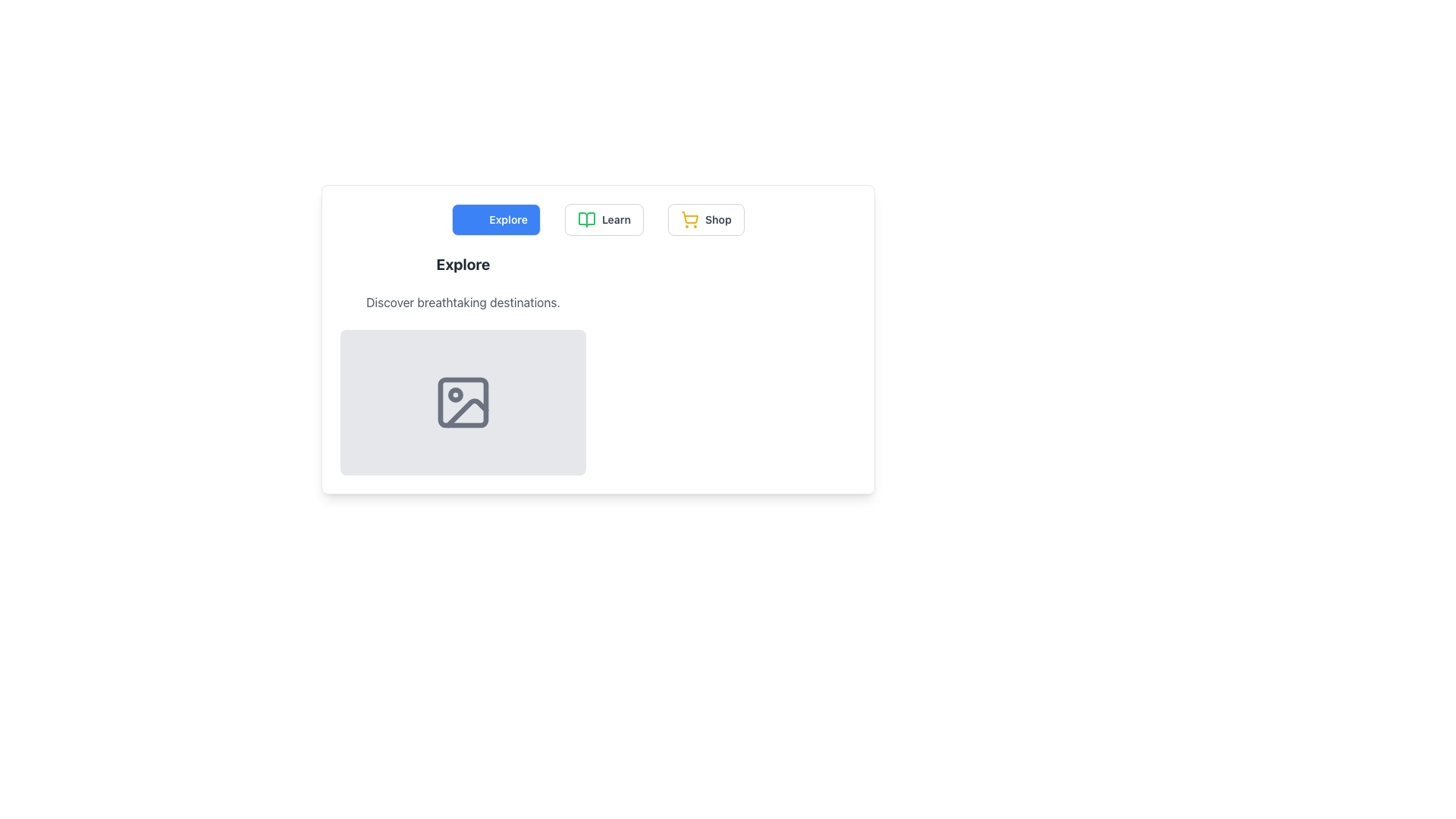 This screenshot has width=1456, height=819. I want to click on the 'Learn' button, which has a white background, grey border, and a green book icon on its left, so click(603, 219).